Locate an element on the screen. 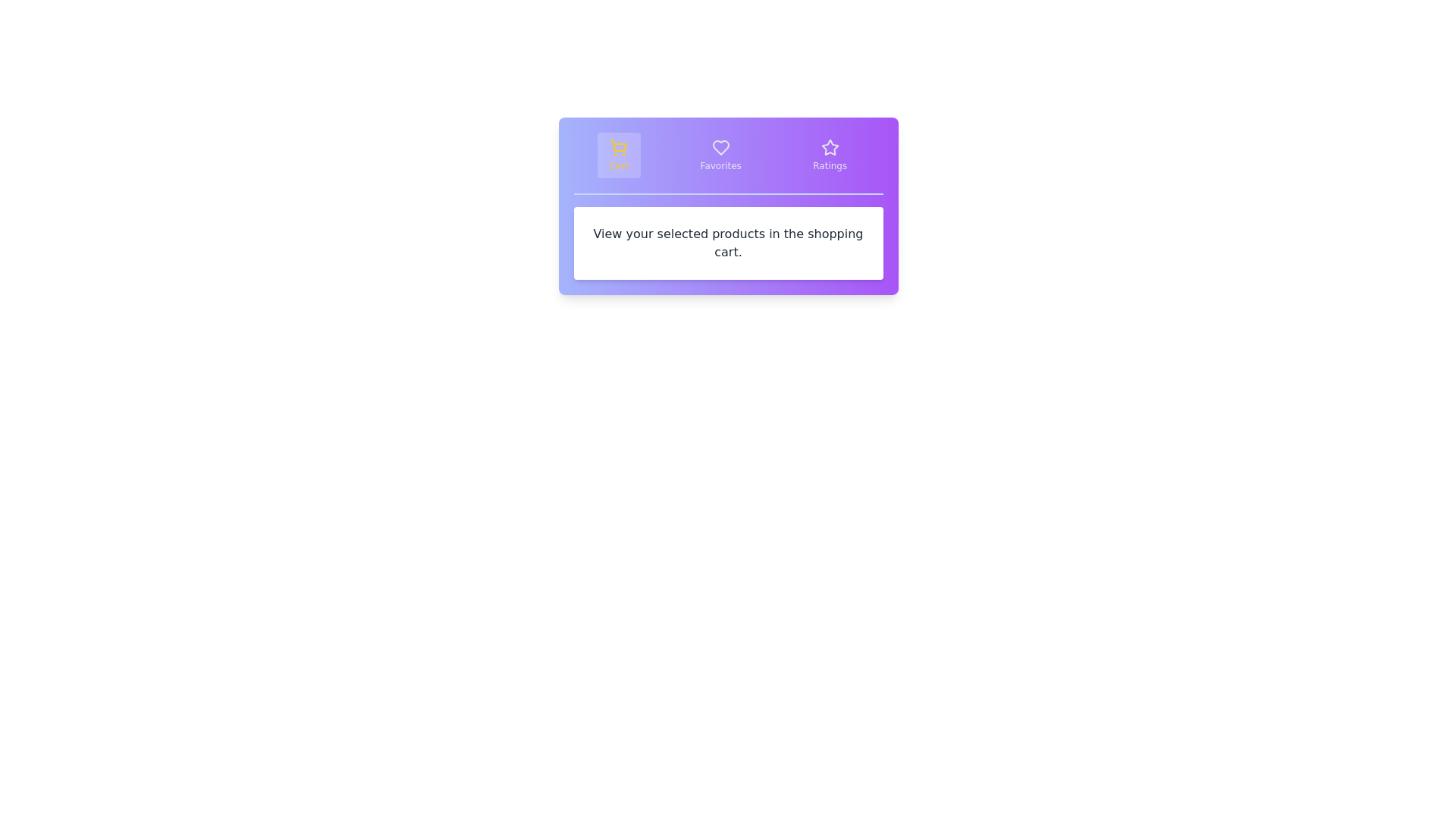 The height and width of the screenshot is (819, 1456). the 'Favorites' text label, which indicates the purpose of the associated button in the navigation row, located near the top center of the interface is located at coordinates (720, 166).